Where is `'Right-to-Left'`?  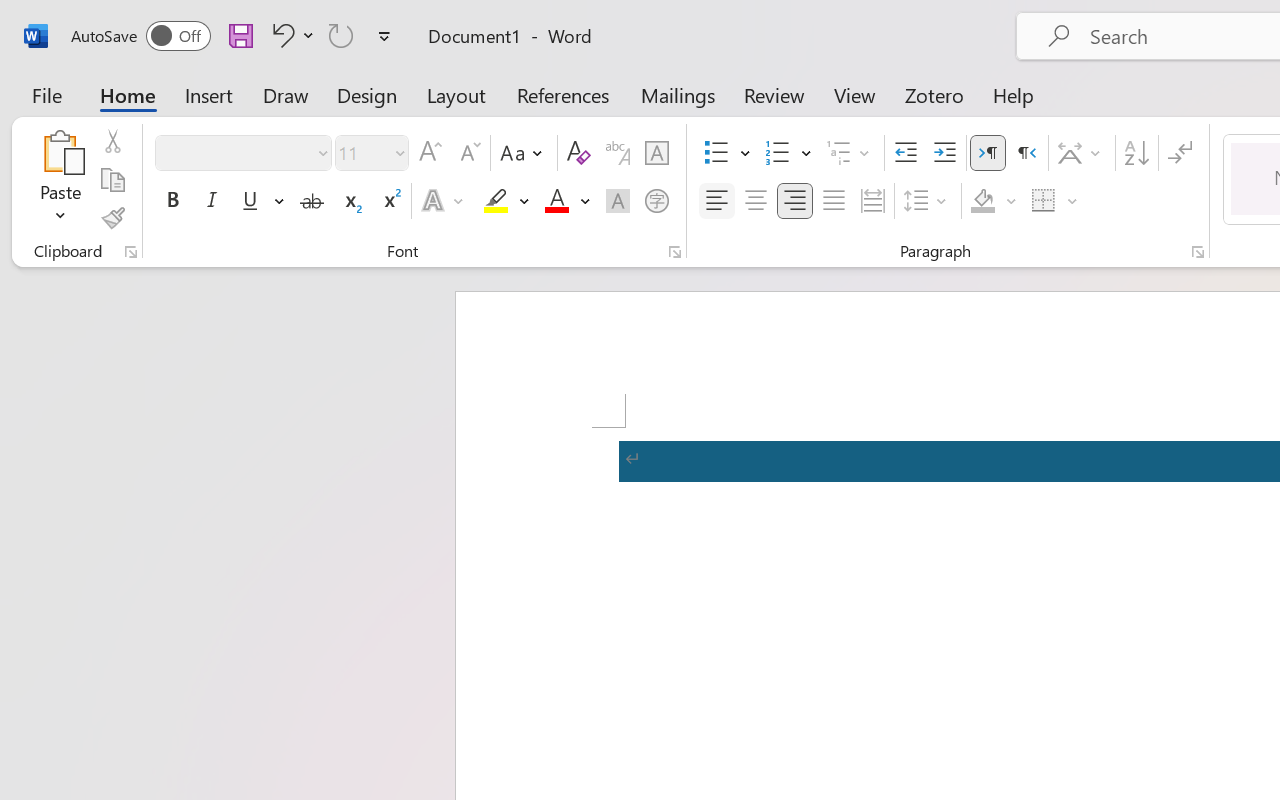 'Right-to-Left' is located at coordinates (1026, 153).